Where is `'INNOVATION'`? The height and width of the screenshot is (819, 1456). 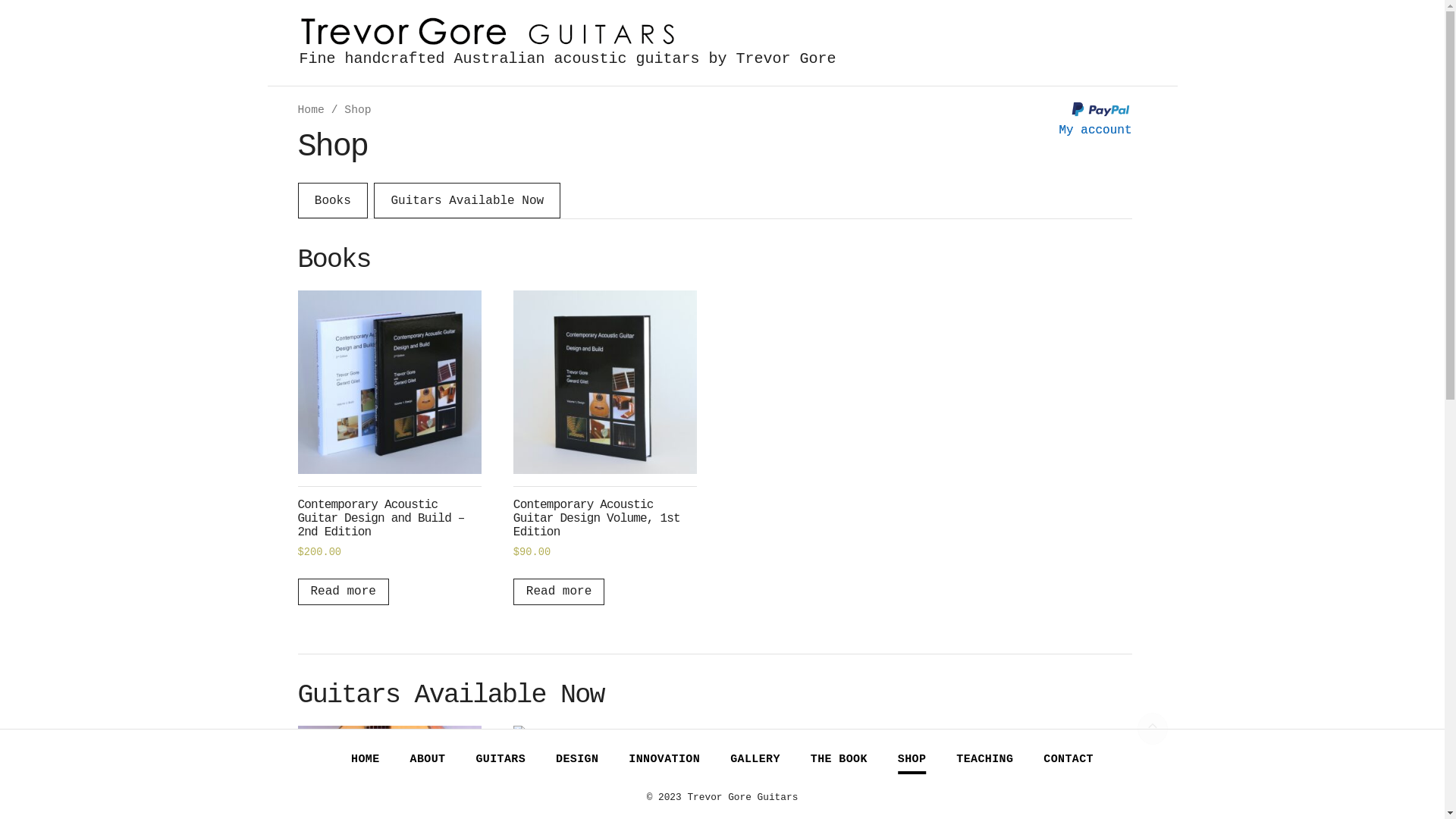 'INNOVATION' is located at coordinates (664, 760).